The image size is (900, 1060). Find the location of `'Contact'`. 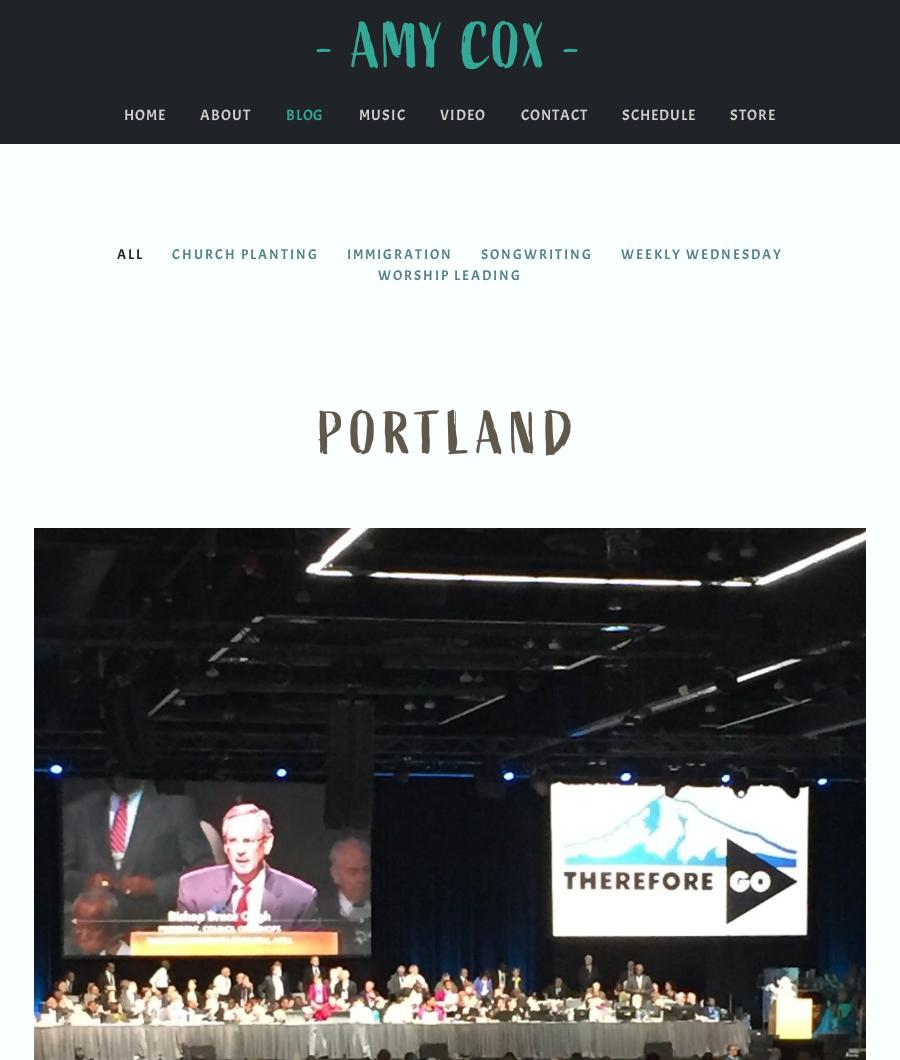

'Contact' is located at coordinates (552, 115).